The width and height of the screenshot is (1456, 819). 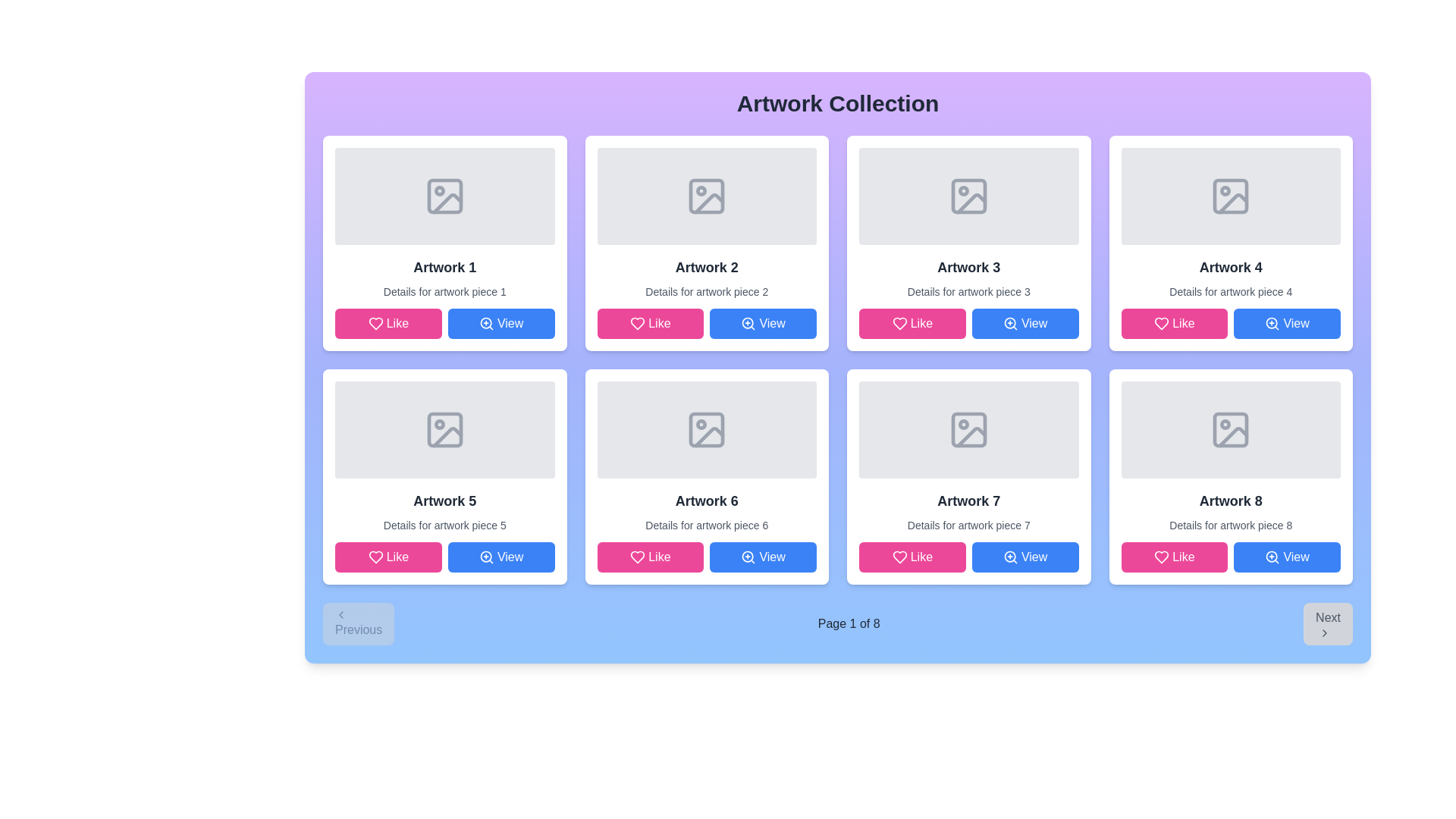 I want to click on the image placeholder located in the card labeled 'Artwork 8', which is situated in the lower right corner of the grid layout, so click(x=1231, y=430).